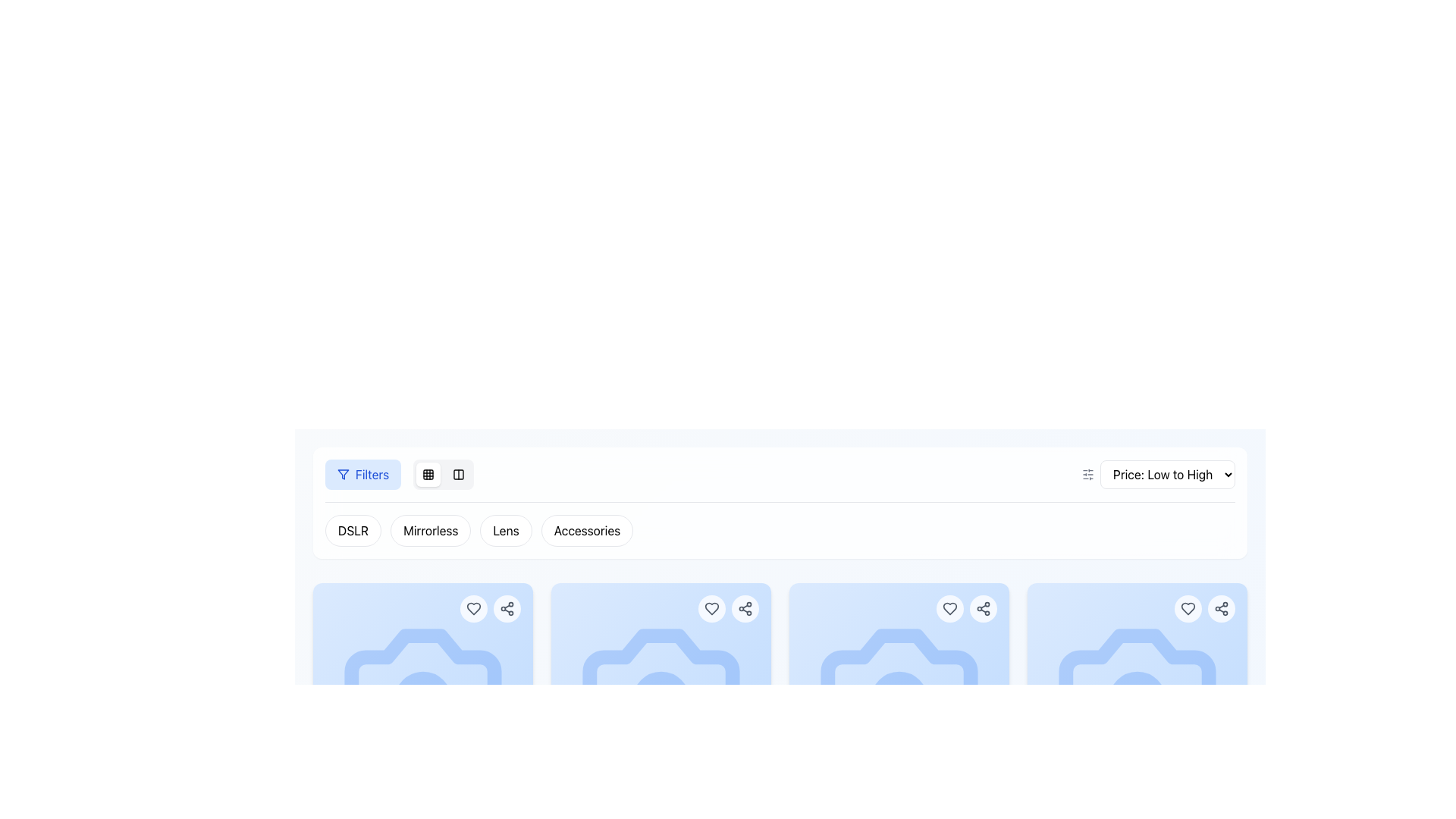  What do you see at coordinates (507, 607) in the screenshot?
I see `the circular button with a sharing symbol in the top-right corner of the image card to observe the styling change` at bounding box center [507, 607].